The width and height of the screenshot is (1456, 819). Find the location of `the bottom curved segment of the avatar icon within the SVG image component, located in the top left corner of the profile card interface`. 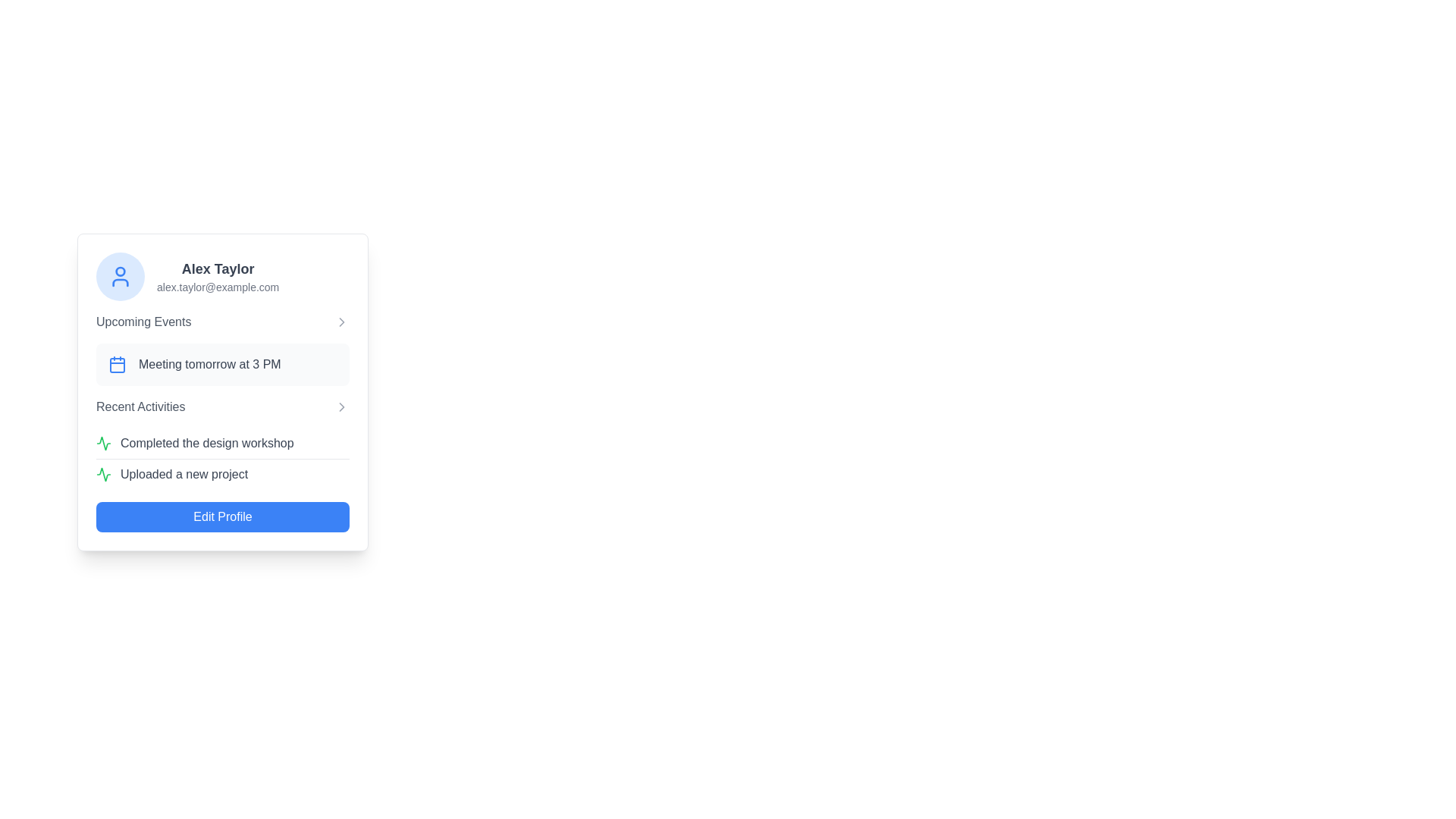

the bottom curved segment of the avatar icon within the SVG image component, located in the top left corner of the profile card interface is located at coordinates (119, 283).